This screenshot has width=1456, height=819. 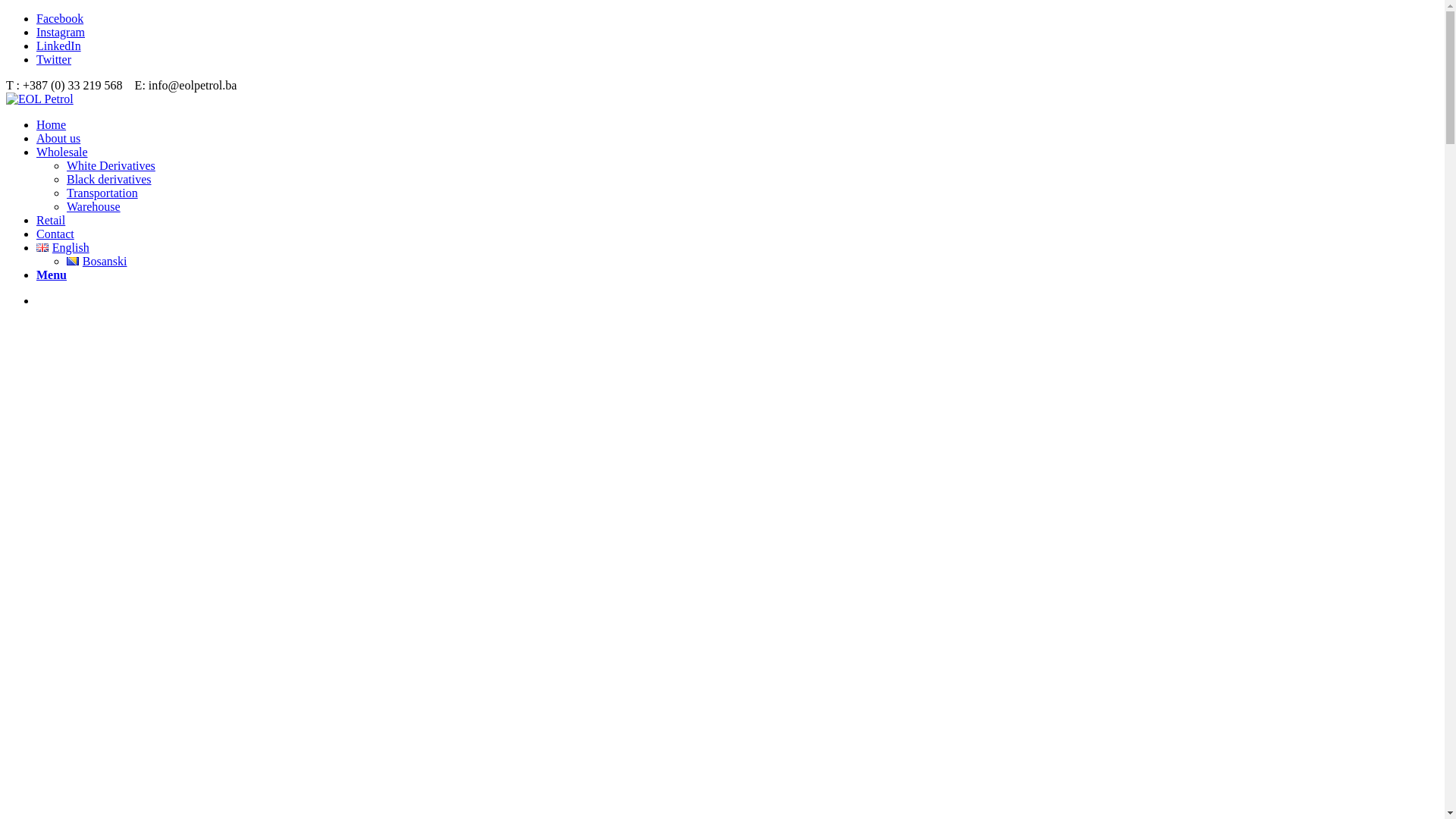 I want to click on 'Retail', so click(x=51, y=220).